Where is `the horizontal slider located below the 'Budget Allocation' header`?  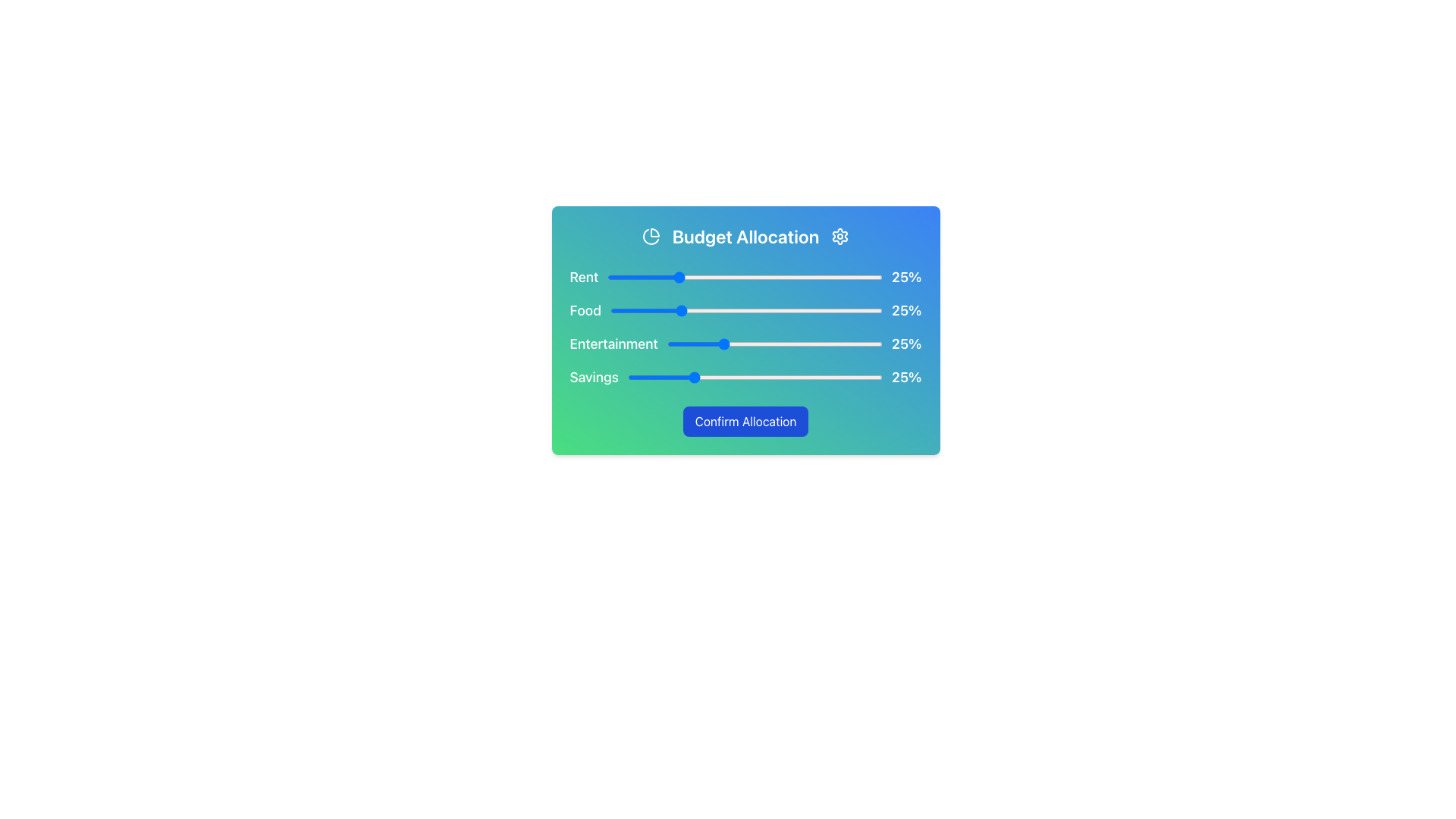
the horizontal slider located below the 'Budget Allocation' header is located at coordinates (745, 278).